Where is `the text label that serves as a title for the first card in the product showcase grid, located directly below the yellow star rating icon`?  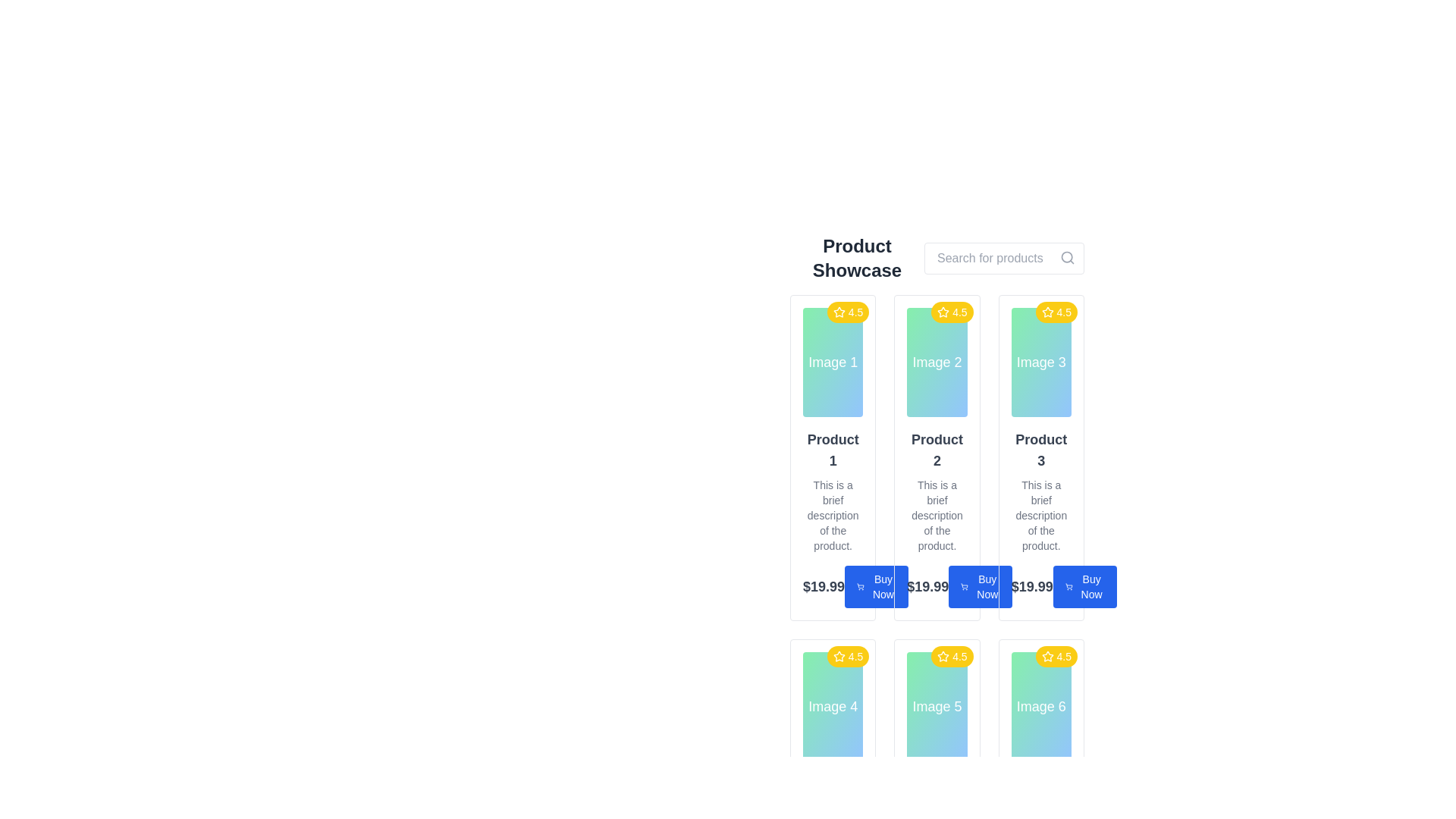
the text label that serves as a title for the first card in the product showcase grid, located directly below the yellow star rating icon is located at coordinates (832, 362).